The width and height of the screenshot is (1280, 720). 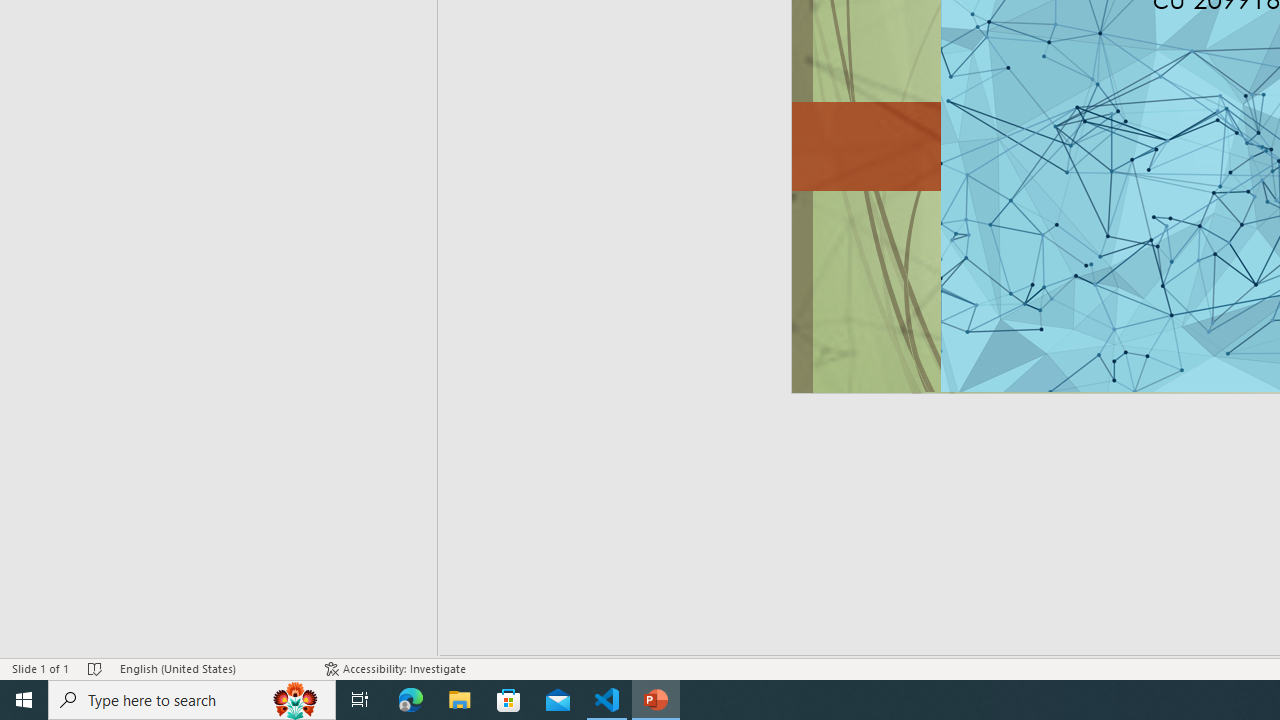 What do you see at coordinates (359, 698) in the screenshot?
I see `'Task View'` at bounding box center [359, 698].